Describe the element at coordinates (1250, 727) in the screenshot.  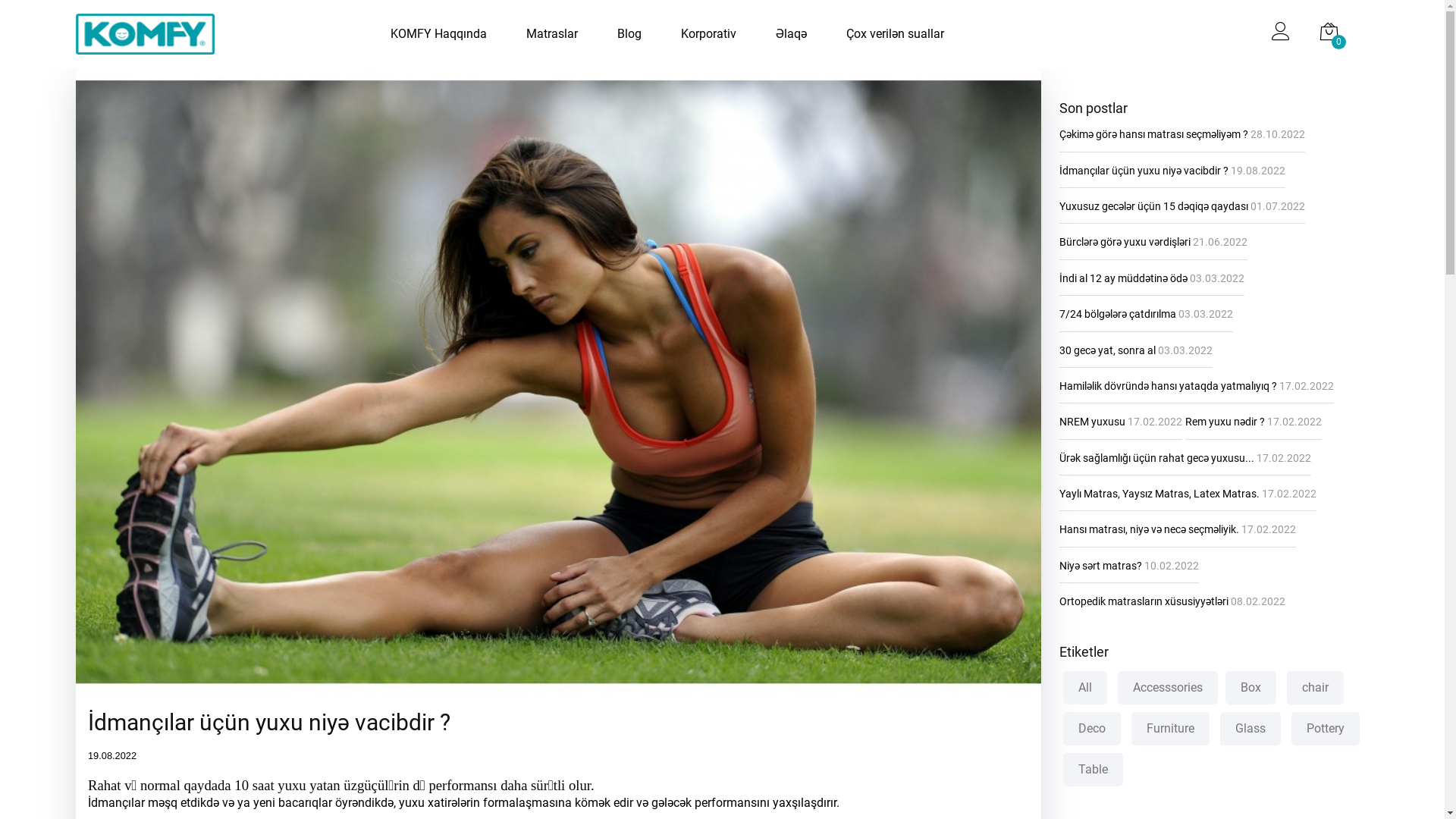
I see `'Glass'` at that location.